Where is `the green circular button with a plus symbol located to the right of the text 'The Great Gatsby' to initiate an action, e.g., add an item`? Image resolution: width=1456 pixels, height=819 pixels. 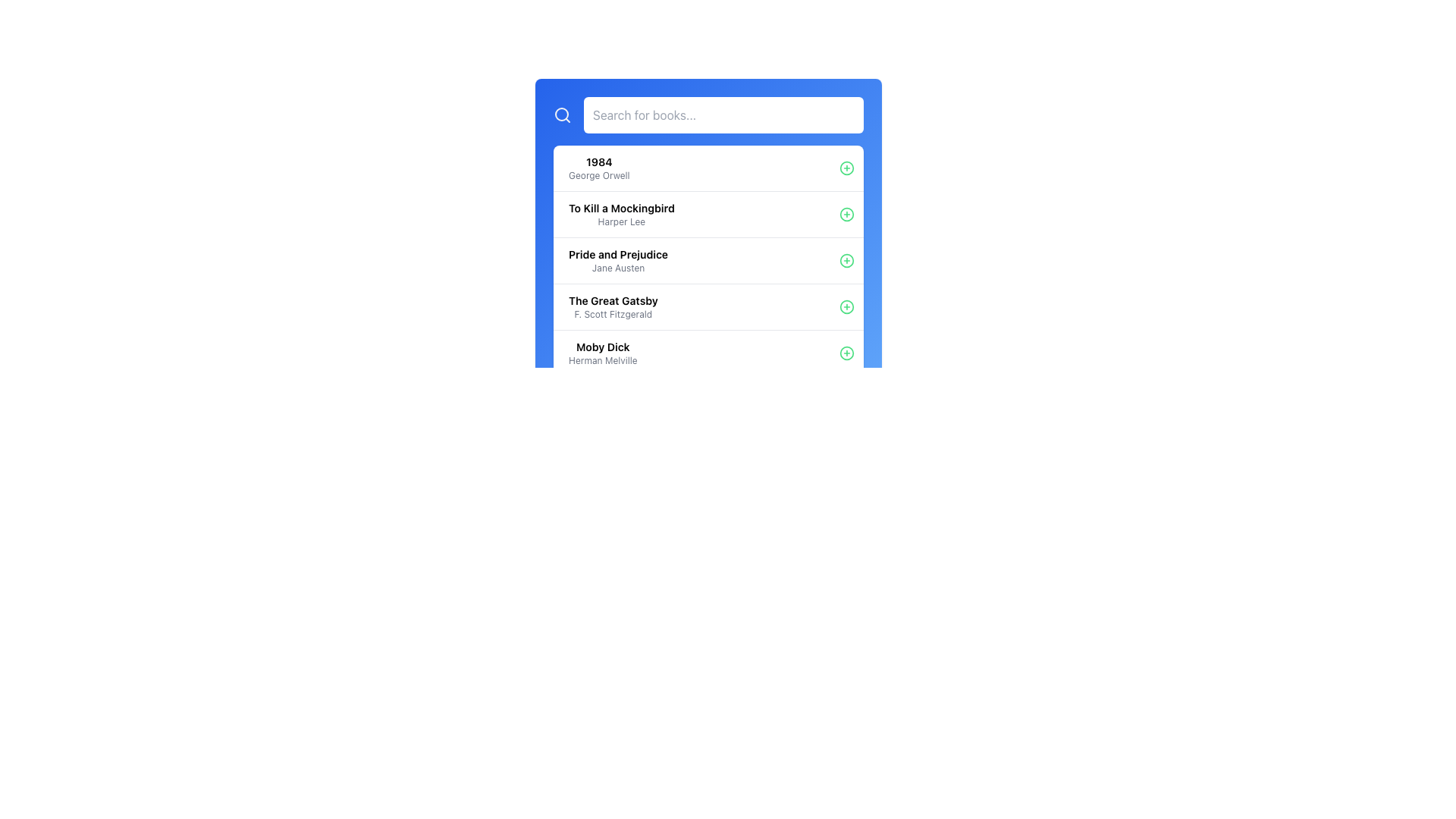
the green circular button with a plus symbol located to the right of the text 'The Great Gatsby' to initiate an action, e.g., add an item is located at coordinates (846, 307).